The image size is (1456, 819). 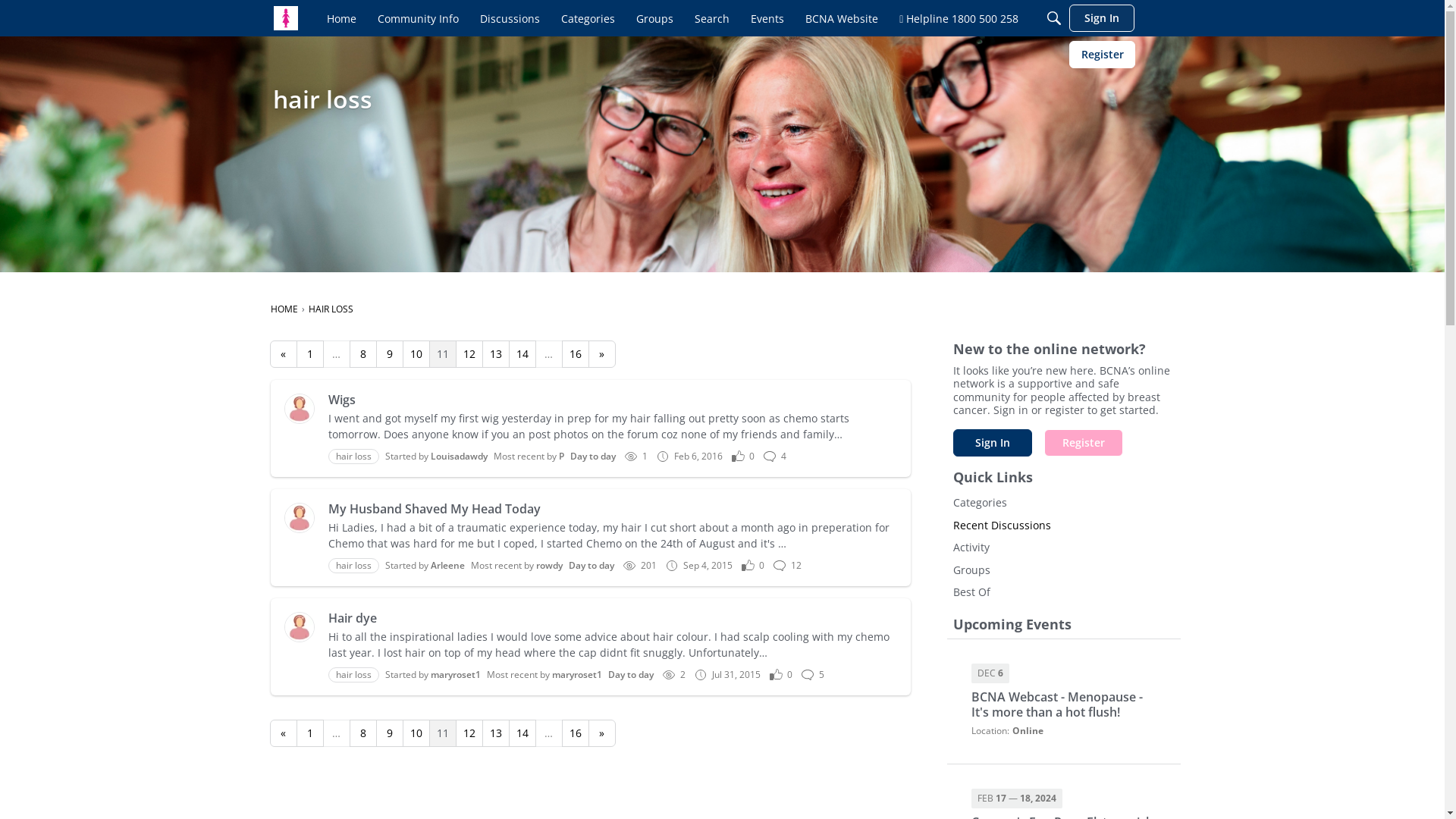 What do you see at coordinates (401, 733) in the screenshot?
I see `'10'` at bounding box center [401, 733].